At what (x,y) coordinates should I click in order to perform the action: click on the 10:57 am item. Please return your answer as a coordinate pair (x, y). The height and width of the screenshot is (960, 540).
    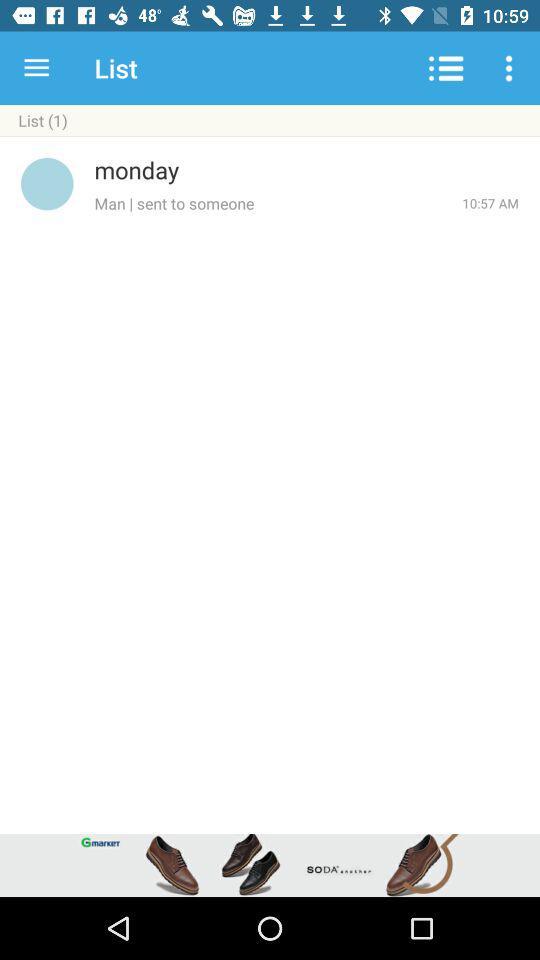
    Looking at the image, I should click on (489, 203).